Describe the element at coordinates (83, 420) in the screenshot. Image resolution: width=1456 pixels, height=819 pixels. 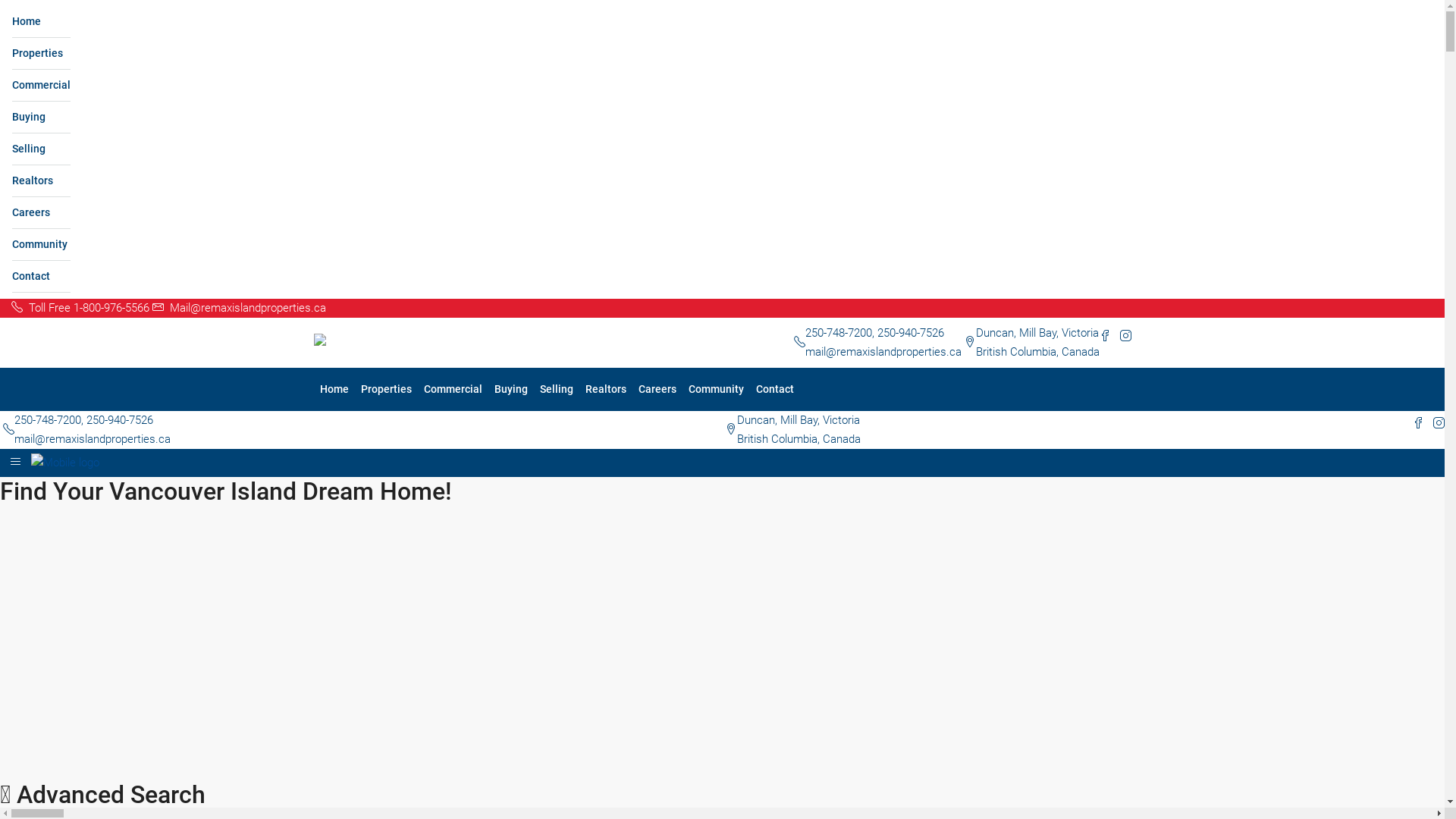
I see `'250-748-7200, 250-940-7526'` at that location.